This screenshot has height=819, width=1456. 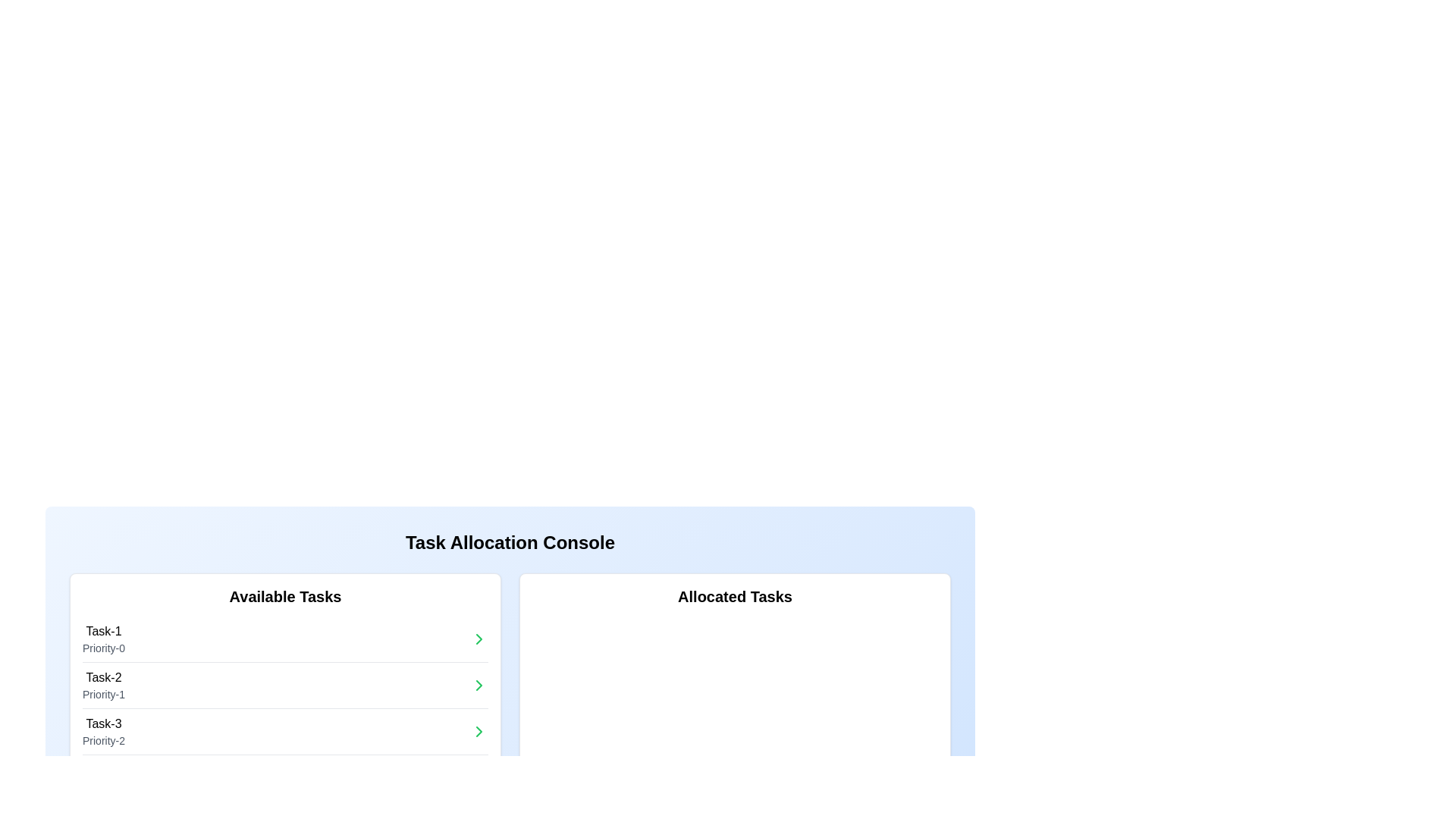 What do you see at coordinates (103, 677) in the screenshot?
I see `the text label 'Task-2' located under the header 'Available Tasks'` at bounding box center [103, 677].